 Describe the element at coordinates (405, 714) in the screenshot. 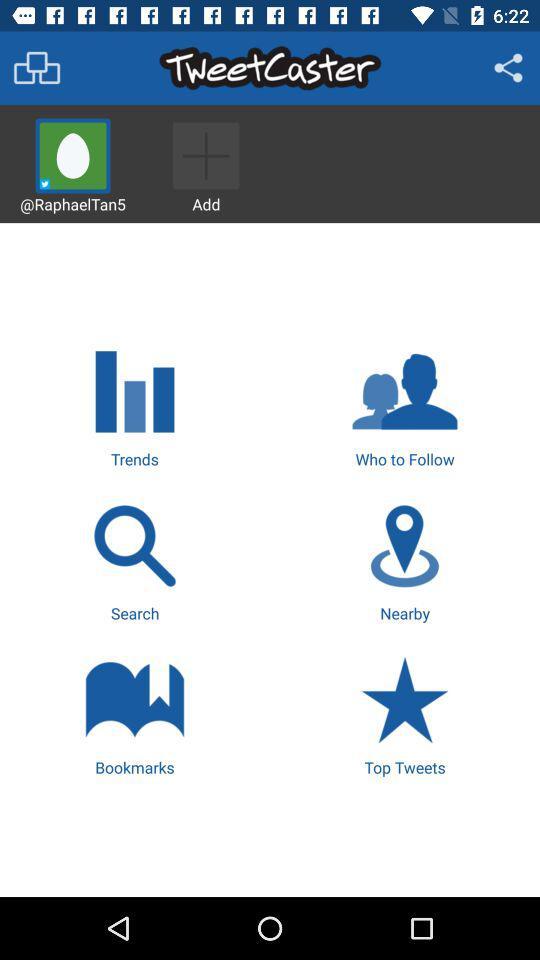

I see `the item at the bottom right corner` at that location.